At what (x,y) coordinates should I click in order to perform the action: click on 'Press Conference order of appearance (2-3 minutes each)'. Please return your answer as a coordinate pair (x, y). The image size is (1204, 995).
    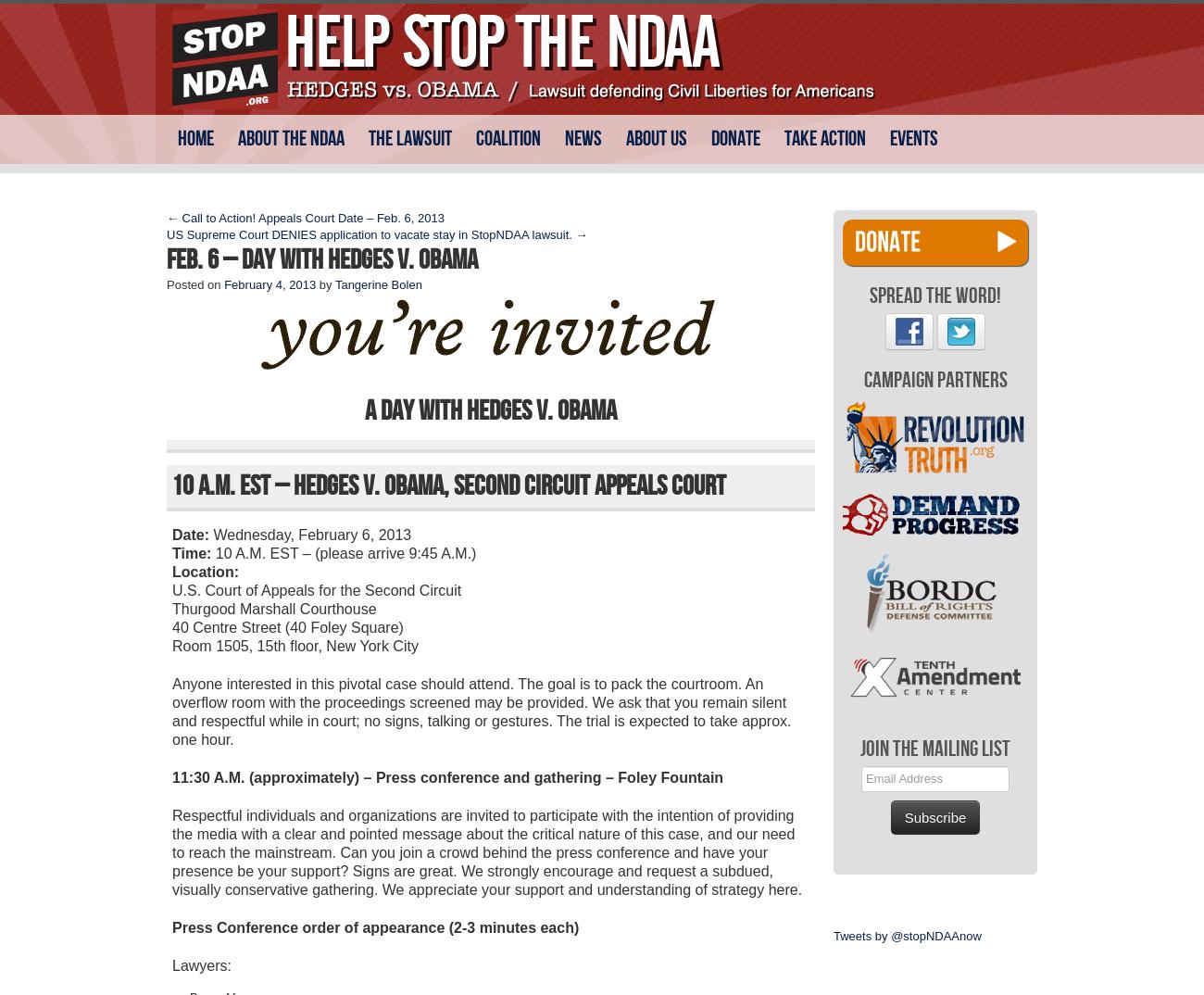
    Looking at the image, I should click on (375, 926).